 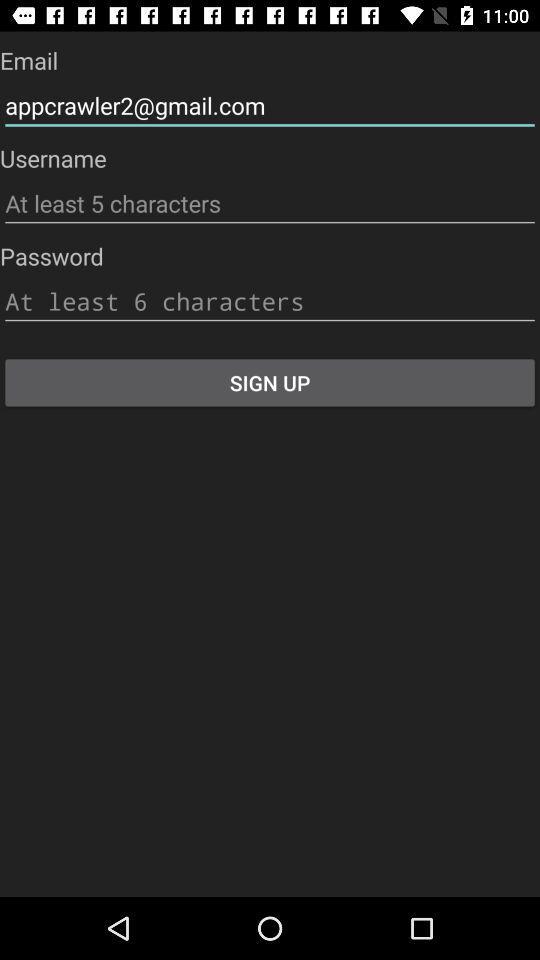 What do you see at coordinates (270, 204) in the screenshot?
I see `type username` at bounding box center [270, 204].